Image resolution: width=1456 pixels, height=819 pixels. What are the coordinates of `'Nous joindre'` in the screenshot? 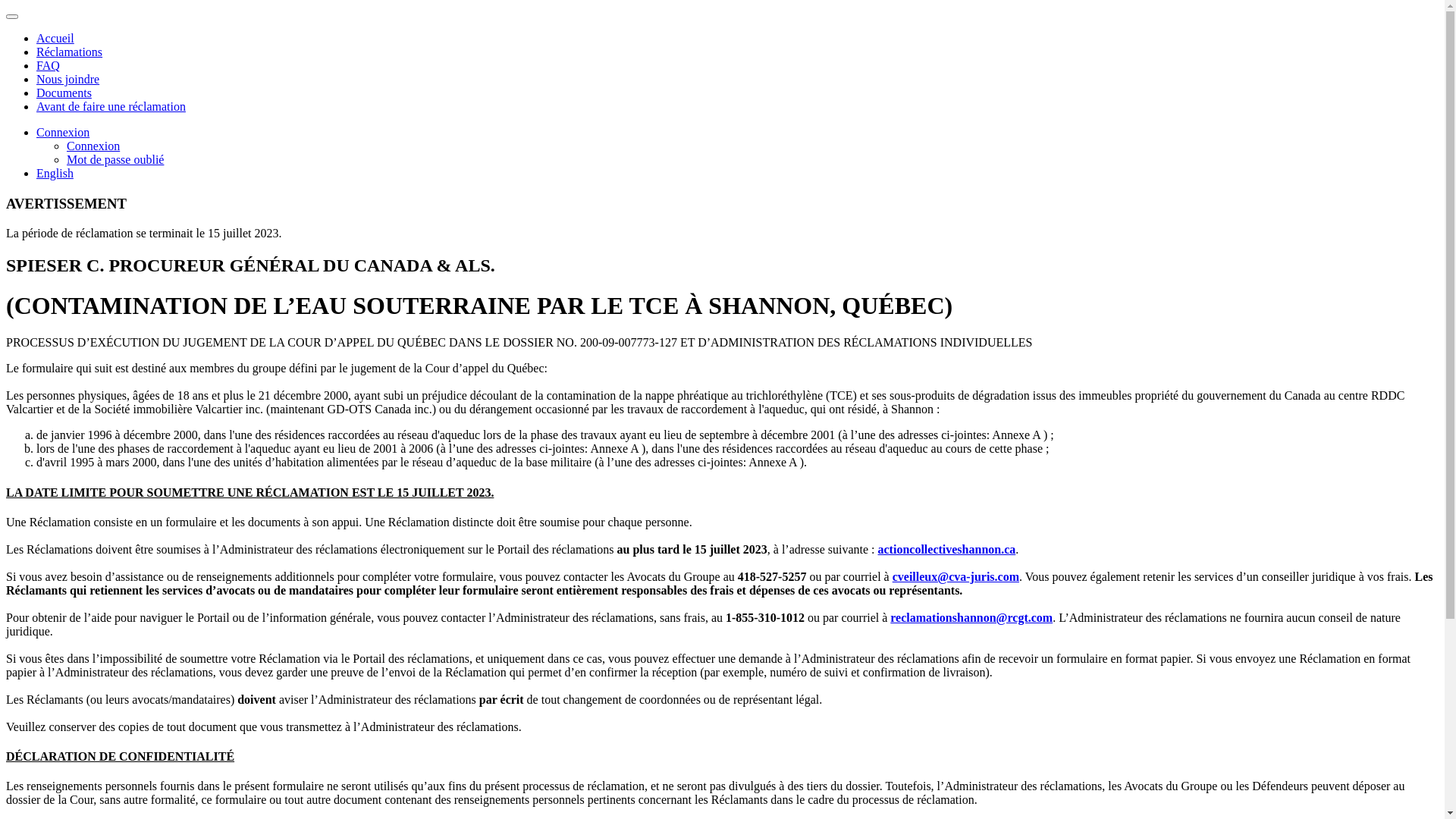 It's located at (67, 79).